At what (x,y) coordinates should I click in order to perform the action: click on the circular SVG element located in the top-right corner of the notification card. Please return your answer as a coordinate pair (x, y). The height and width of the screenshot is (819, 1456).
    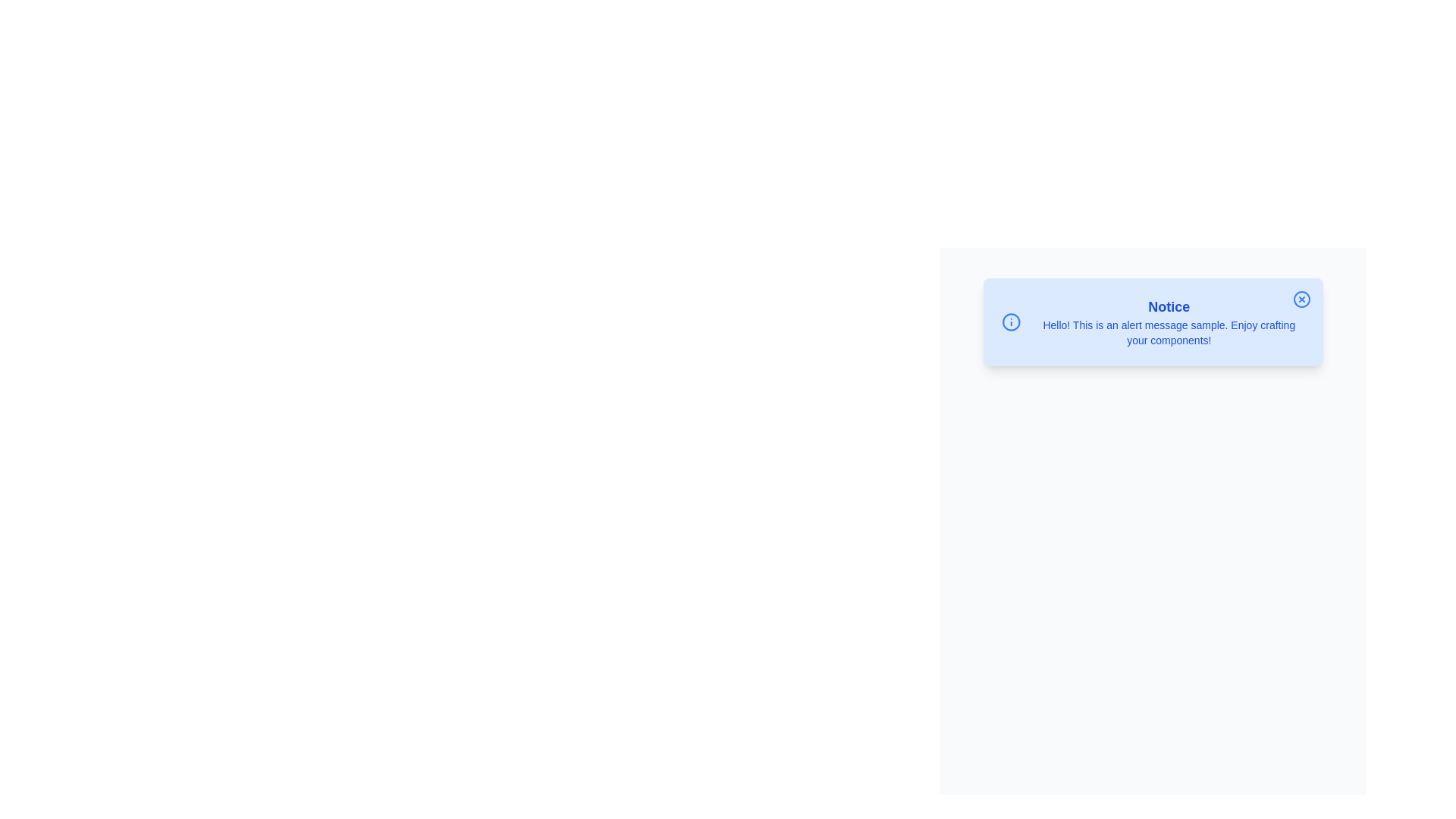
    Looking at the image, I should click on (1301, 299).